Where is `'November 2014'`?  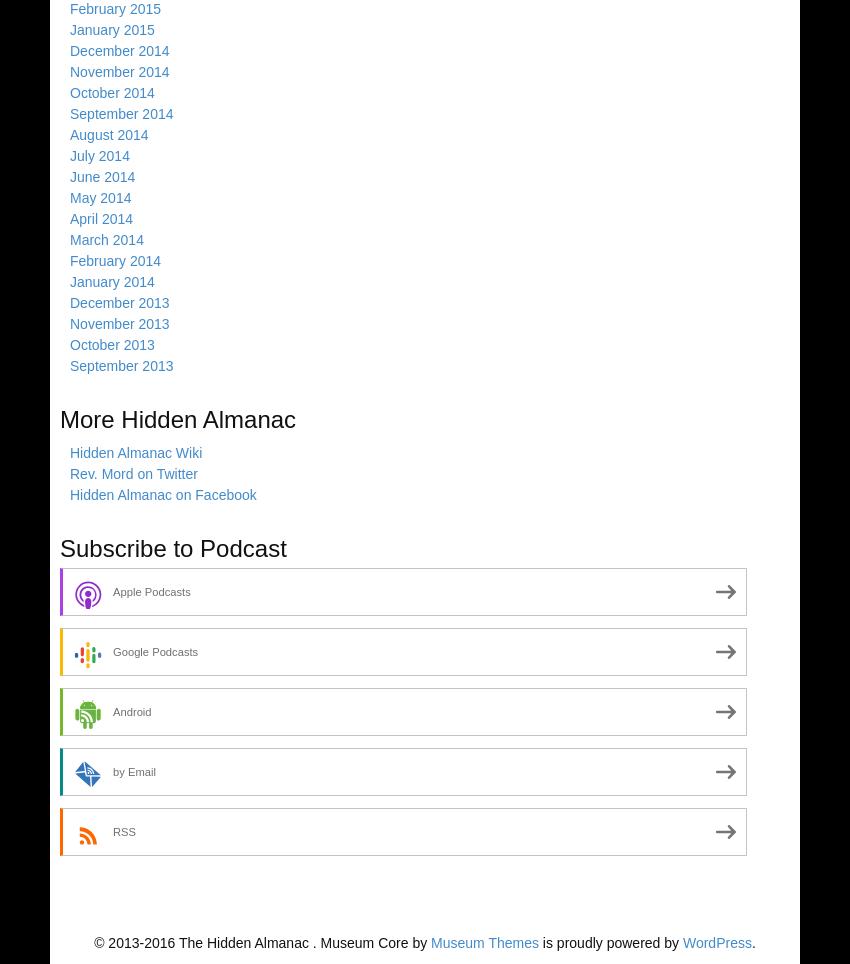 'November 2014' is located at coordinates (118, 71).